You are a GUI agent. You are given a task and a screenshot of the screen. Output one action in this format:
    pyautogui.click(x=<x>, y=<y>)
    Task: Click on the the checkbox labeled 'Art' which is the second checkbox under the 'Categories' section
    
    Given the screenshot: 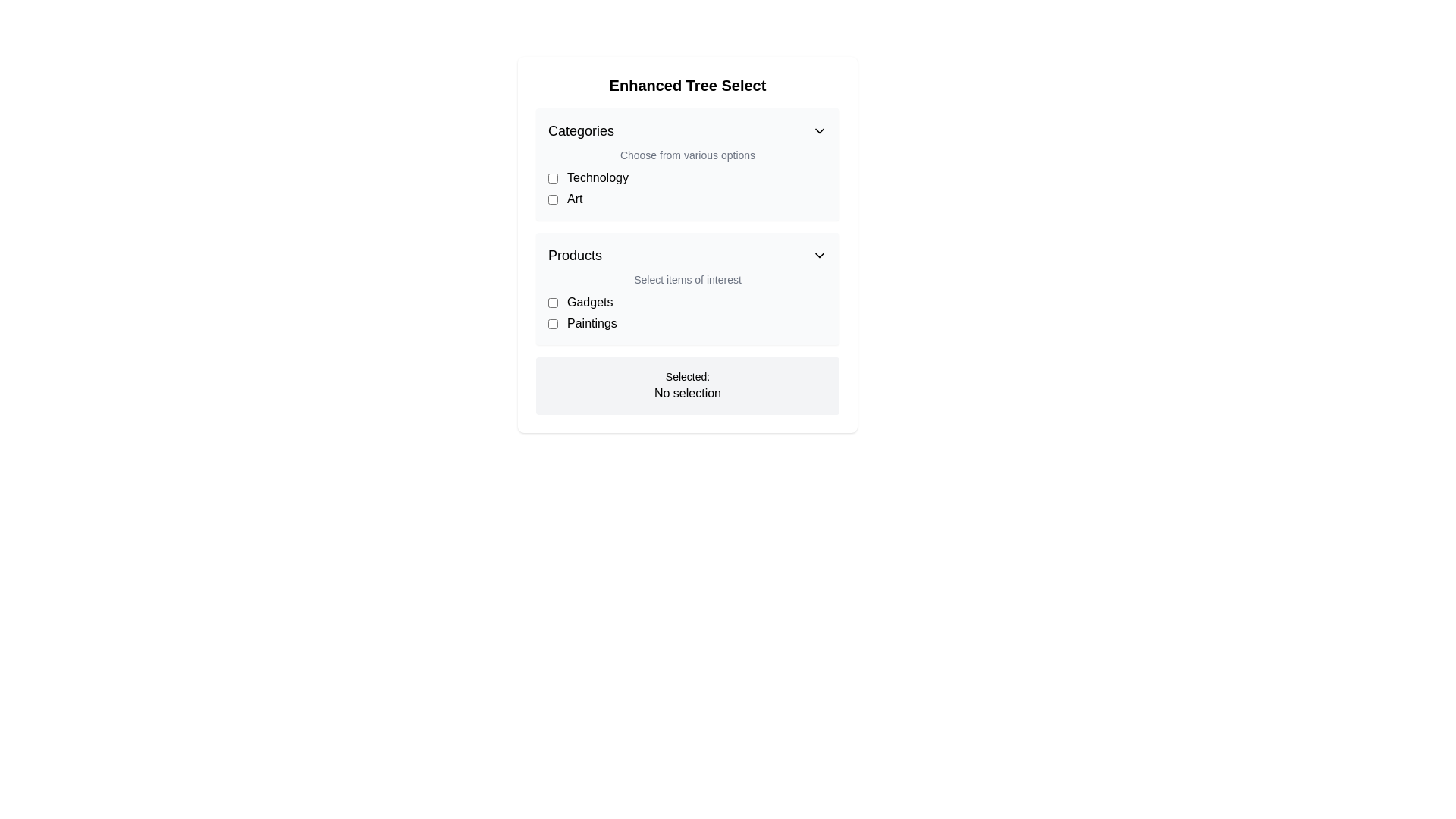 What is the action you would take?
    pyautogui.click(x=687, y=198)
    